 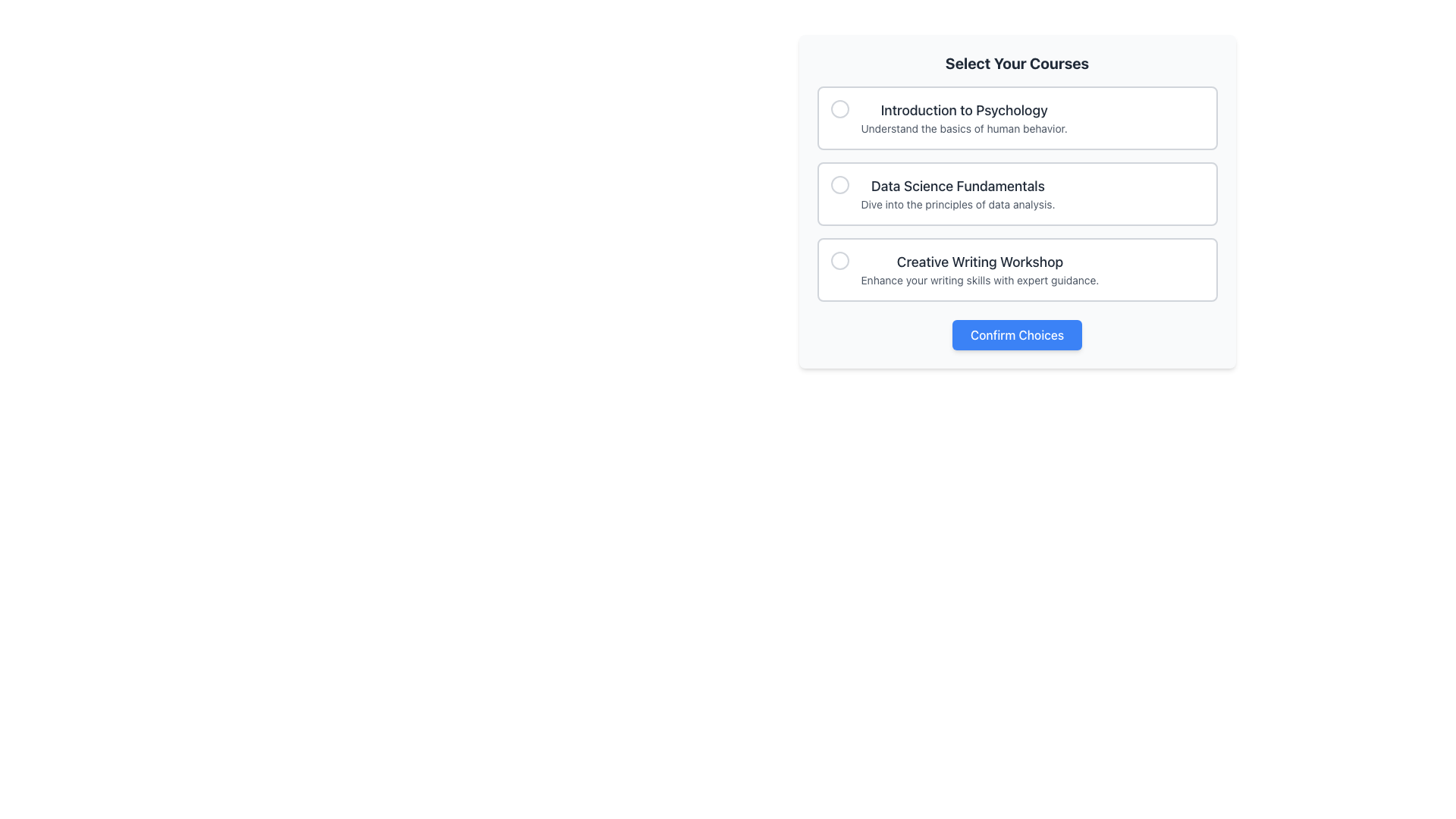 I want to click on the circle, so click(x=1017, y=268).